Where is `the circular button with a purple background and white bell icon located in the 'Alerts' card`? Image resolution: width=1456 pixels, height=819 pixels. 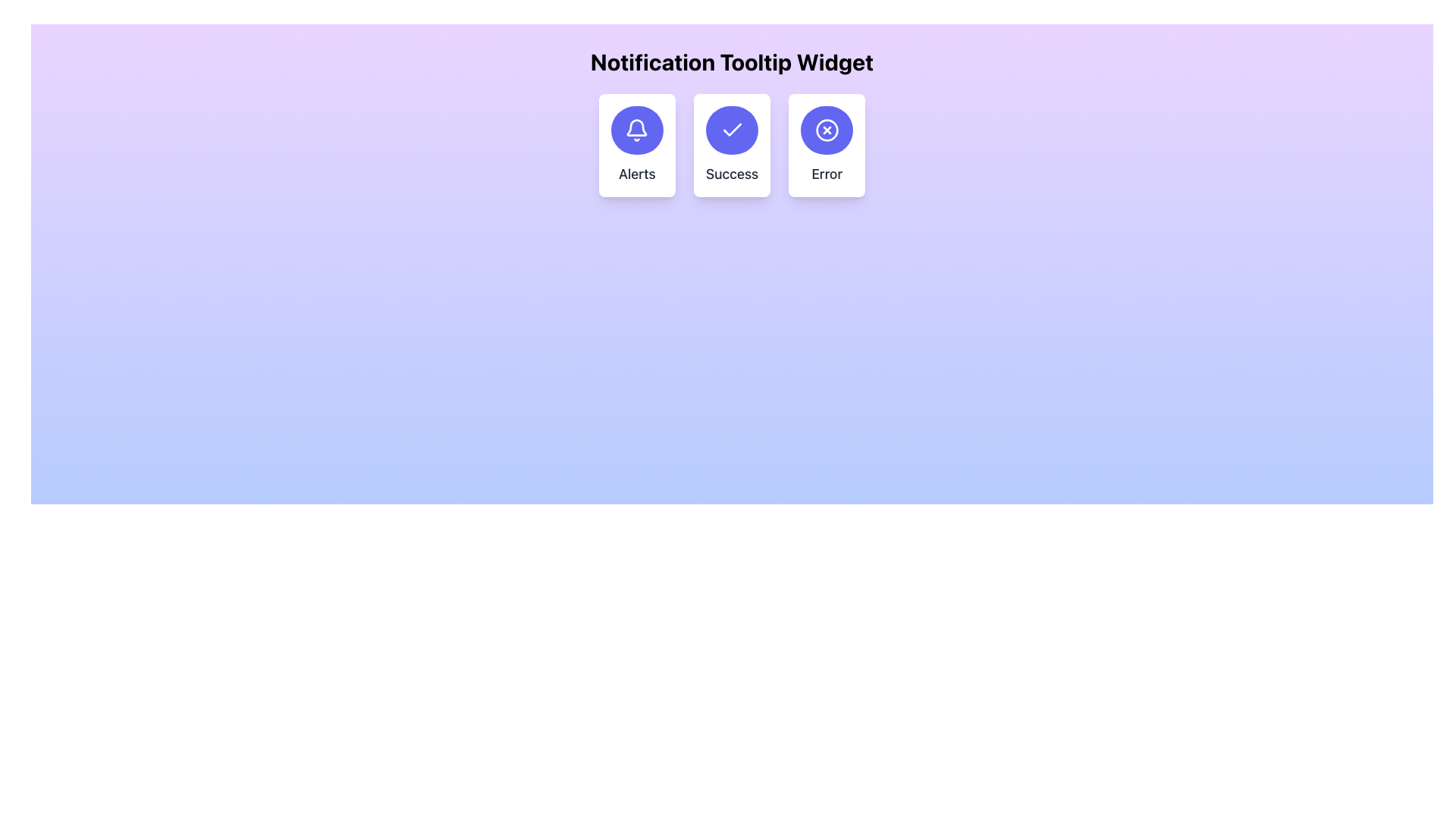
the circular button with a purple background and white bell icon located in the 'Alerts' card is located at coordinates (637, 130).